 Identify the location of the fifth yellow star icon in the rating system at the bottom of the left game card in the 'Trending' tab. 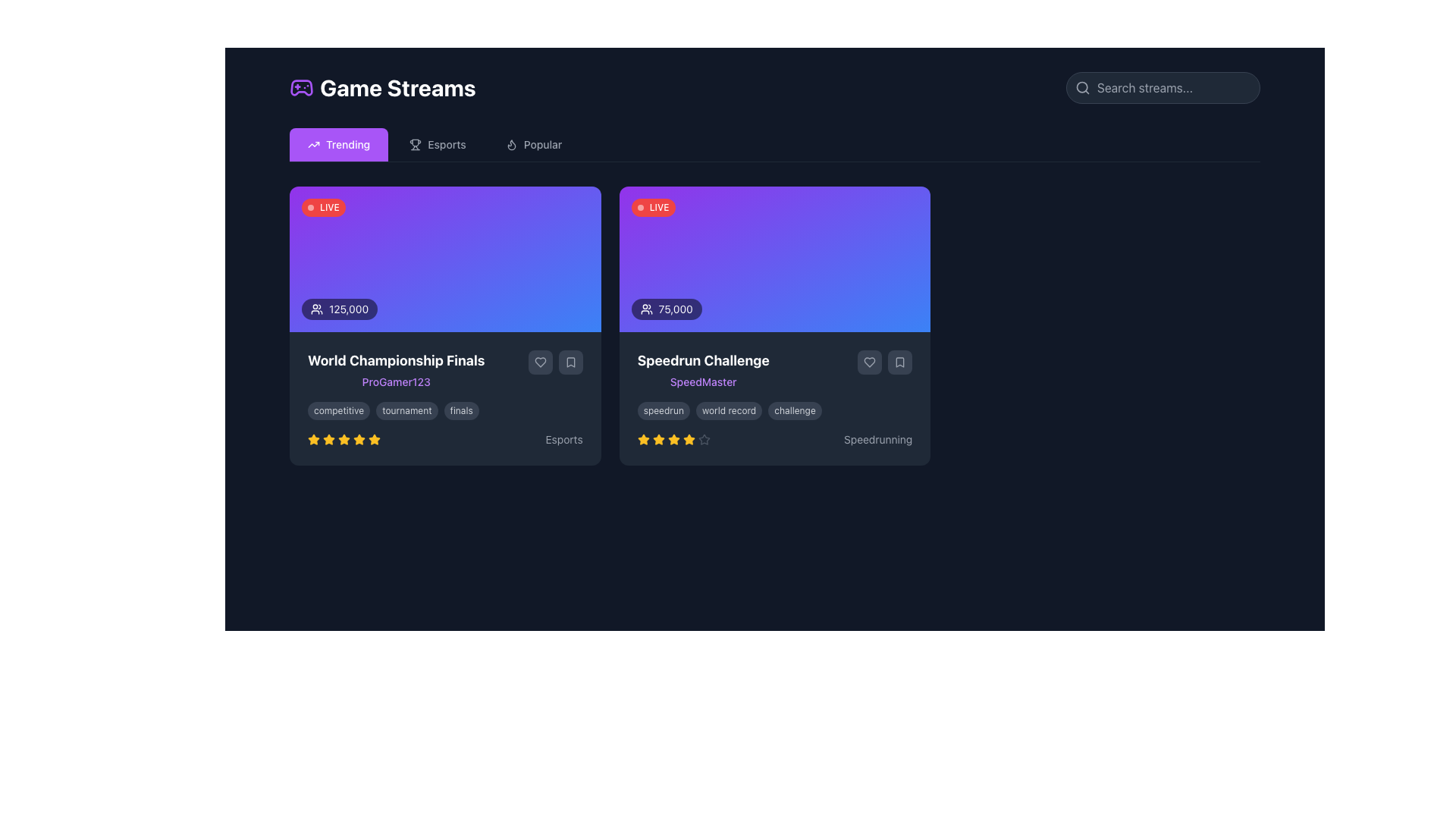
(375, 439).